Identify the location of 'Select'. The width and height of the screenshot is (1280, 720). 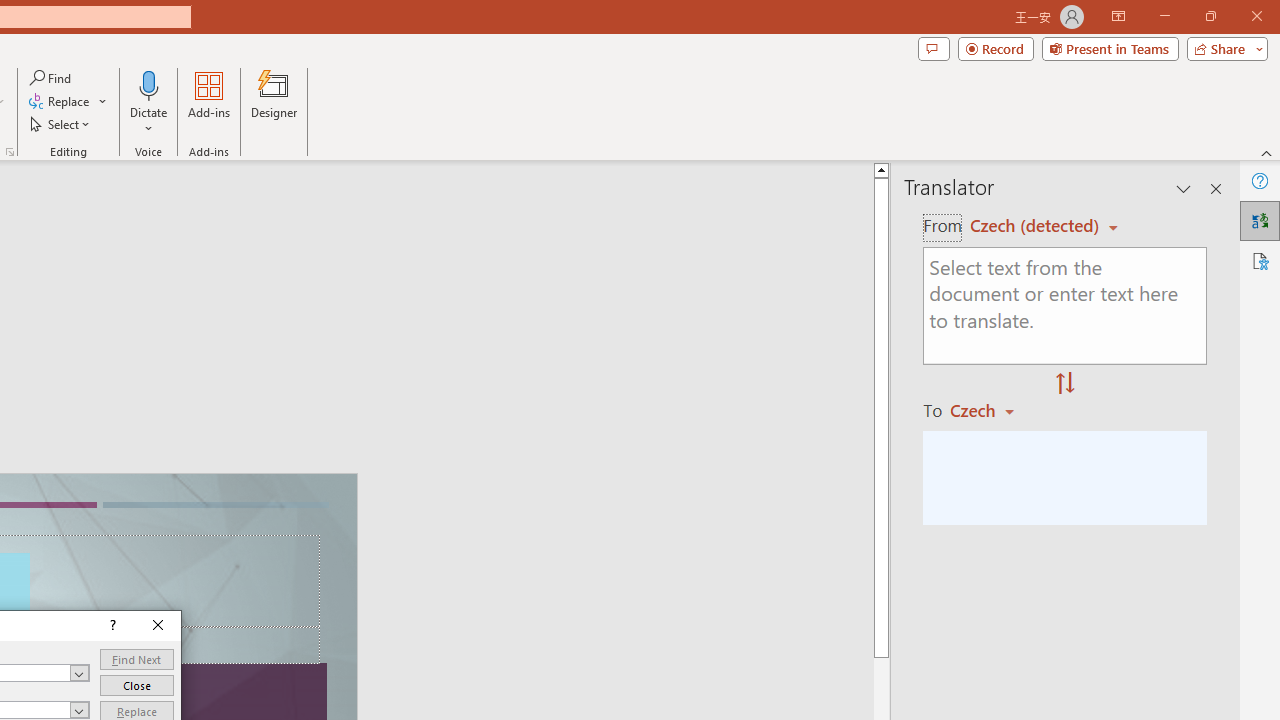
(61, 124).